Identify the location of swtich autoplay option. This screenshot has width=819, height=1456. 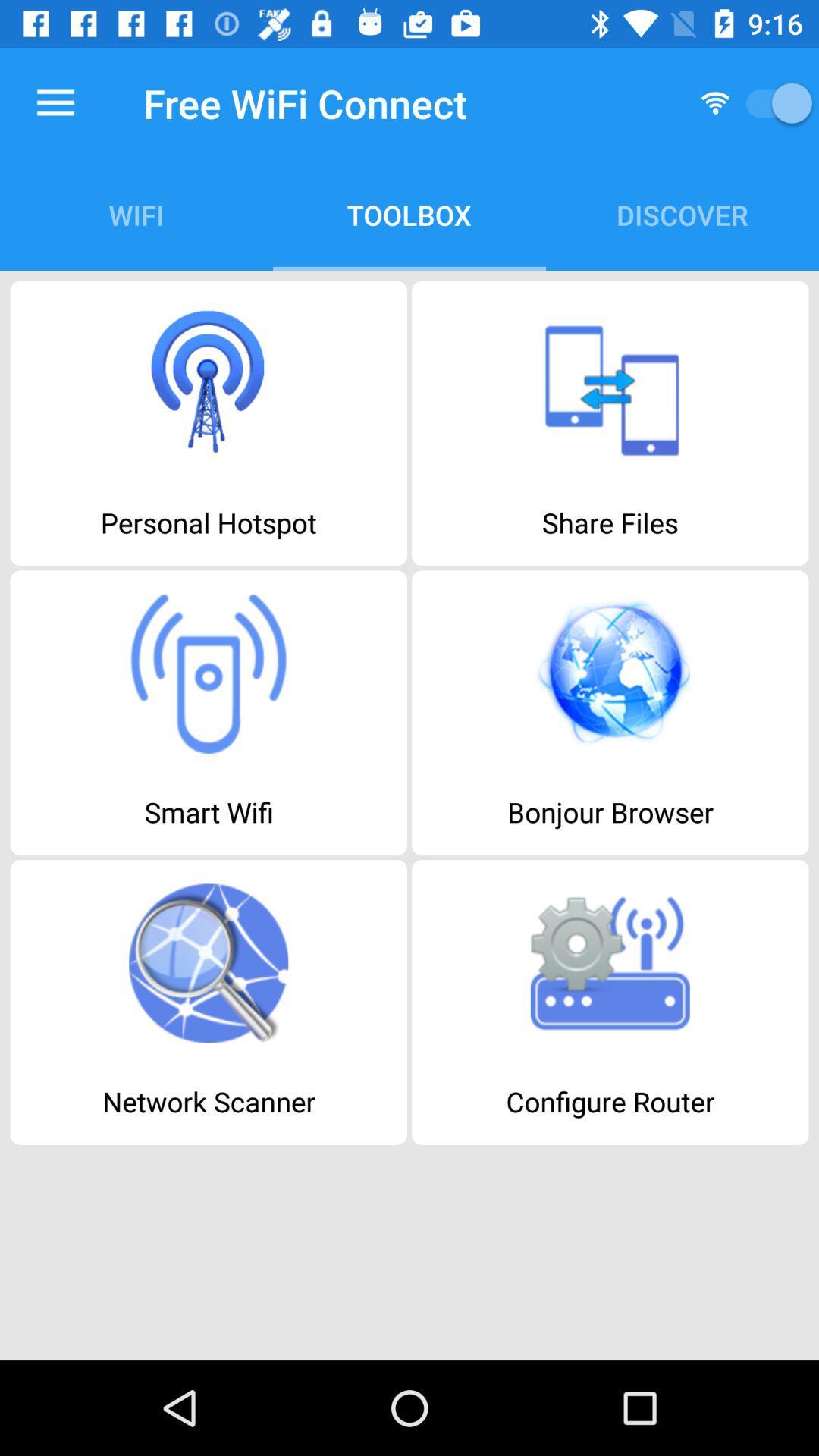
(773, 102).